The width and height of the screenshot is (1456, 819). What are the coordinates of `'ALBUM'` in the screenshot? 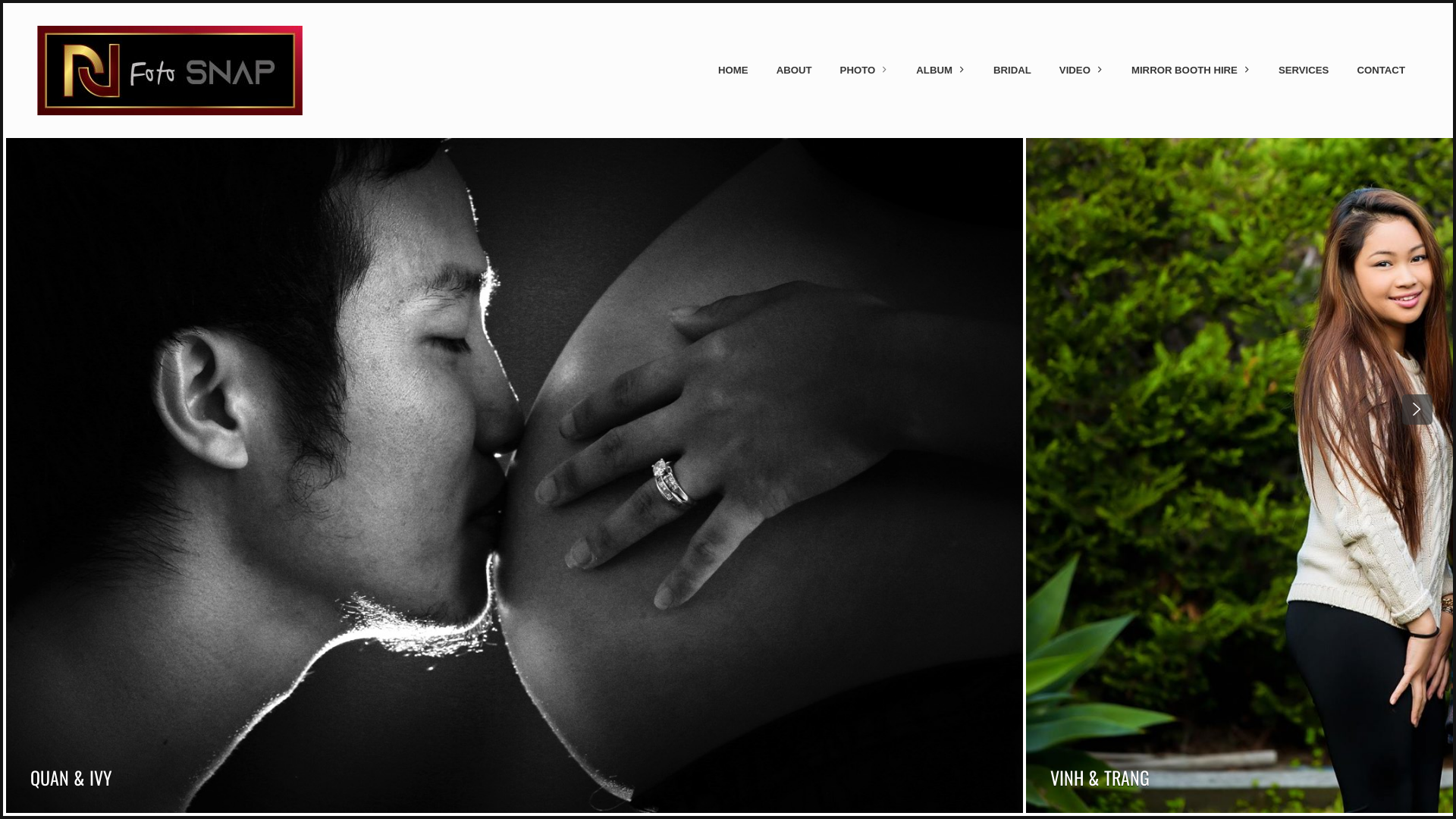 It's located at (940, 70).